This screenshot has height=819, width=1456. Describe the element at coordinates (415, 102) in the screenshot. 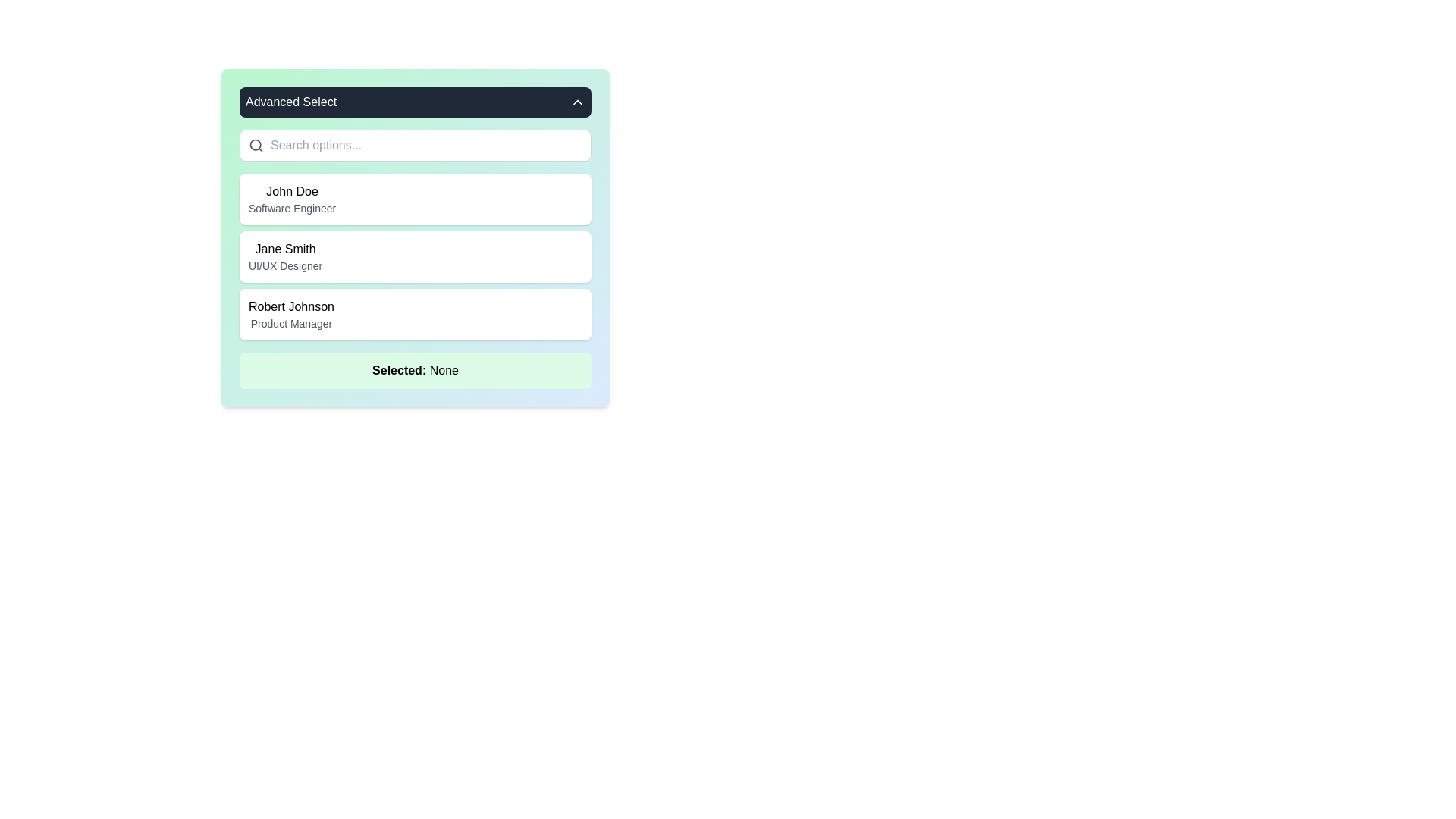

I see `the dropdown toggle button located at the top of the section` at that location.